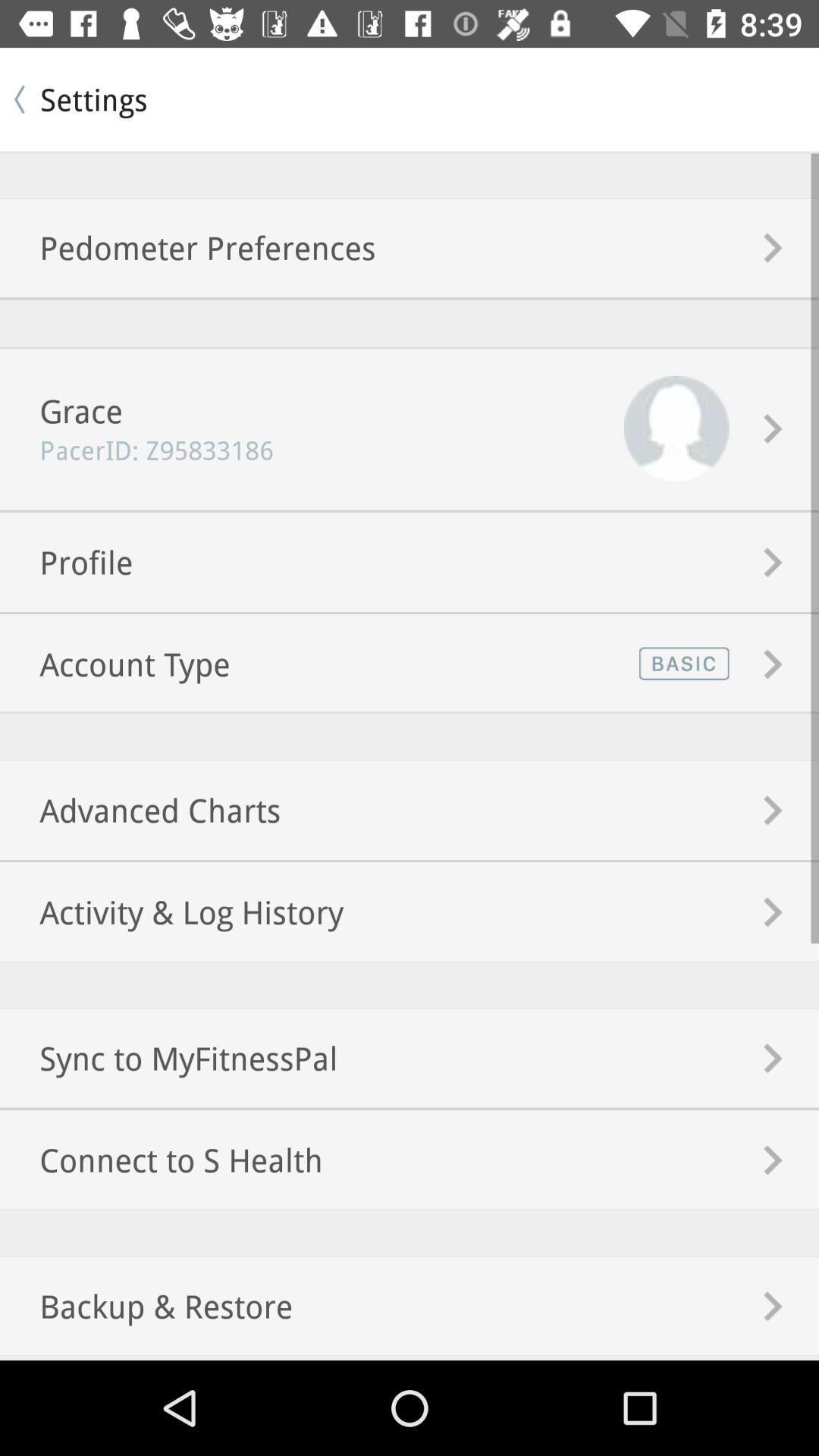 Image resolution: width=819 pixels, height=1456 pixels. What do you see at coordinates (187, 247) in the screenshot?
I see `the pedometer preferences` at bounding box center [187, 247].